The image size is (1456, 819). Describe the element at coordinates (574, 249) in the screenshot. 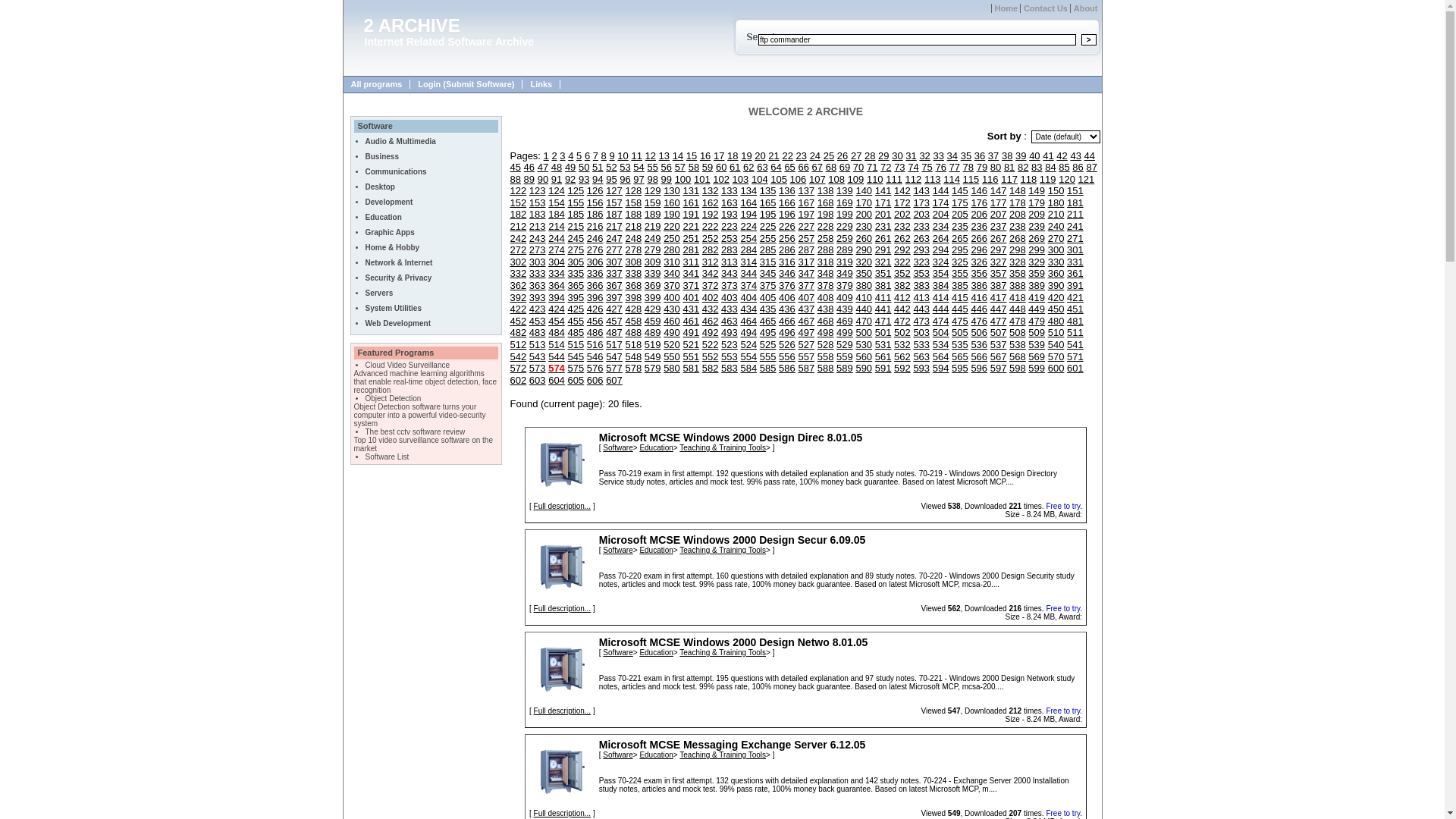

I see `'275'` at that location.